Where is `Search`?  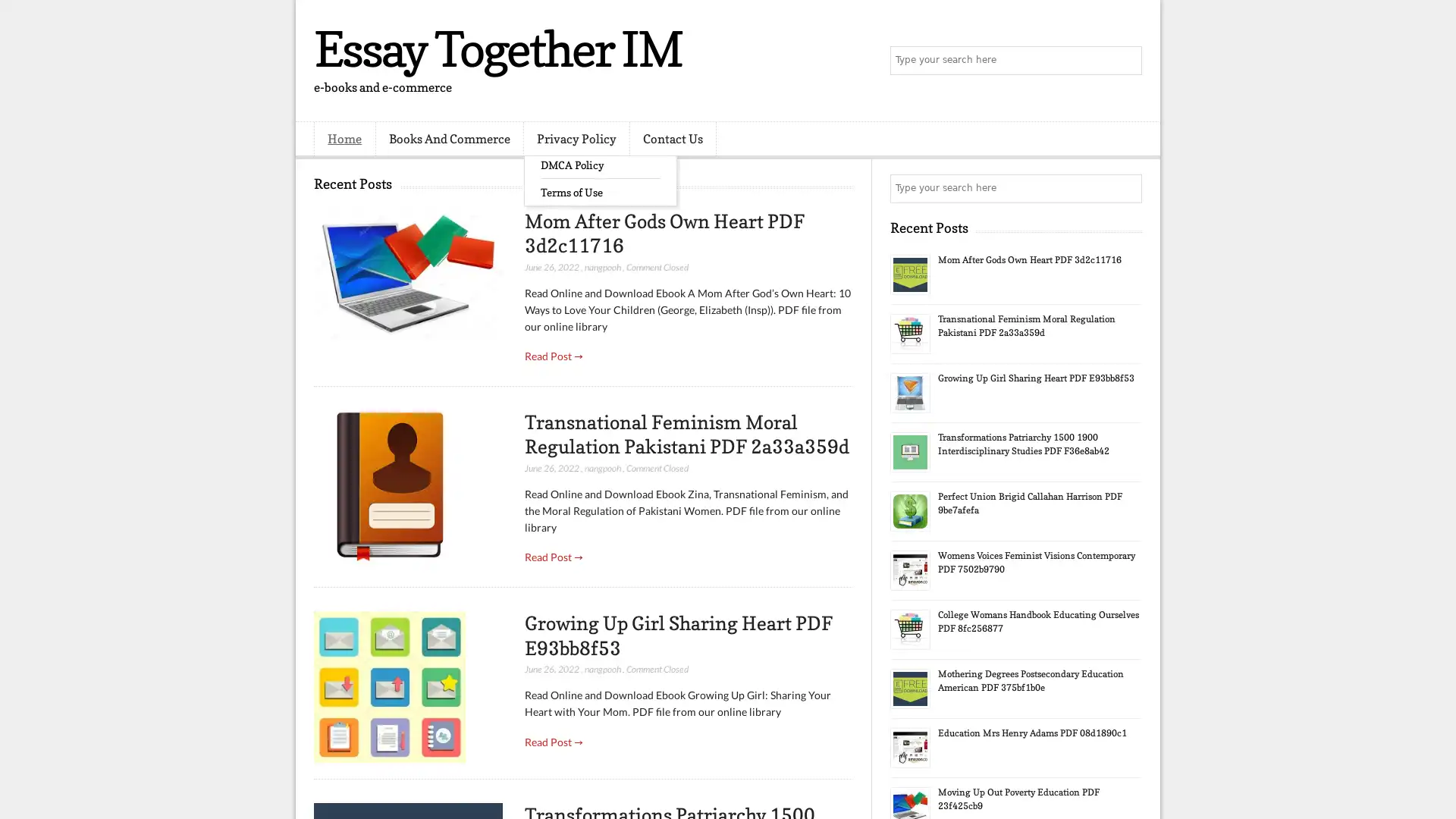
Search is located at coordinates (1126, 61).